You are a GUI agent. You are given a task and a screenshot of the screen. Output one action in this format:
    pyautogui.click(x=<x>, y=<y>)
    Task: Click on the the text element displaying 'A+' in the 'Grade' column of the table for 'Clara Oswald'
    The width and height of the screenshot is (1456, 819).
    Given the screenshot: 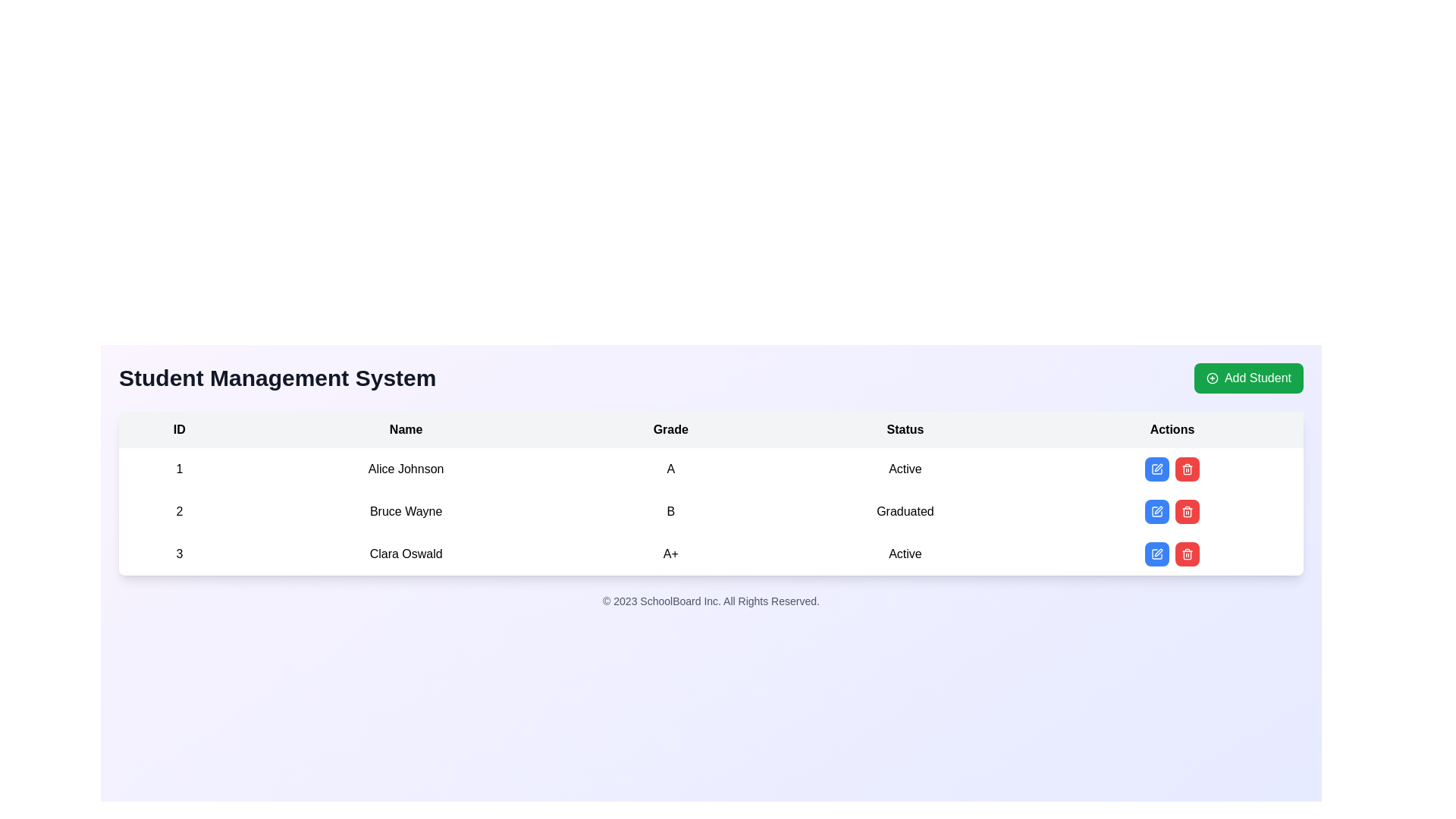 What is the action you would take?
    pyautogui.click(x=670, y=554)
    